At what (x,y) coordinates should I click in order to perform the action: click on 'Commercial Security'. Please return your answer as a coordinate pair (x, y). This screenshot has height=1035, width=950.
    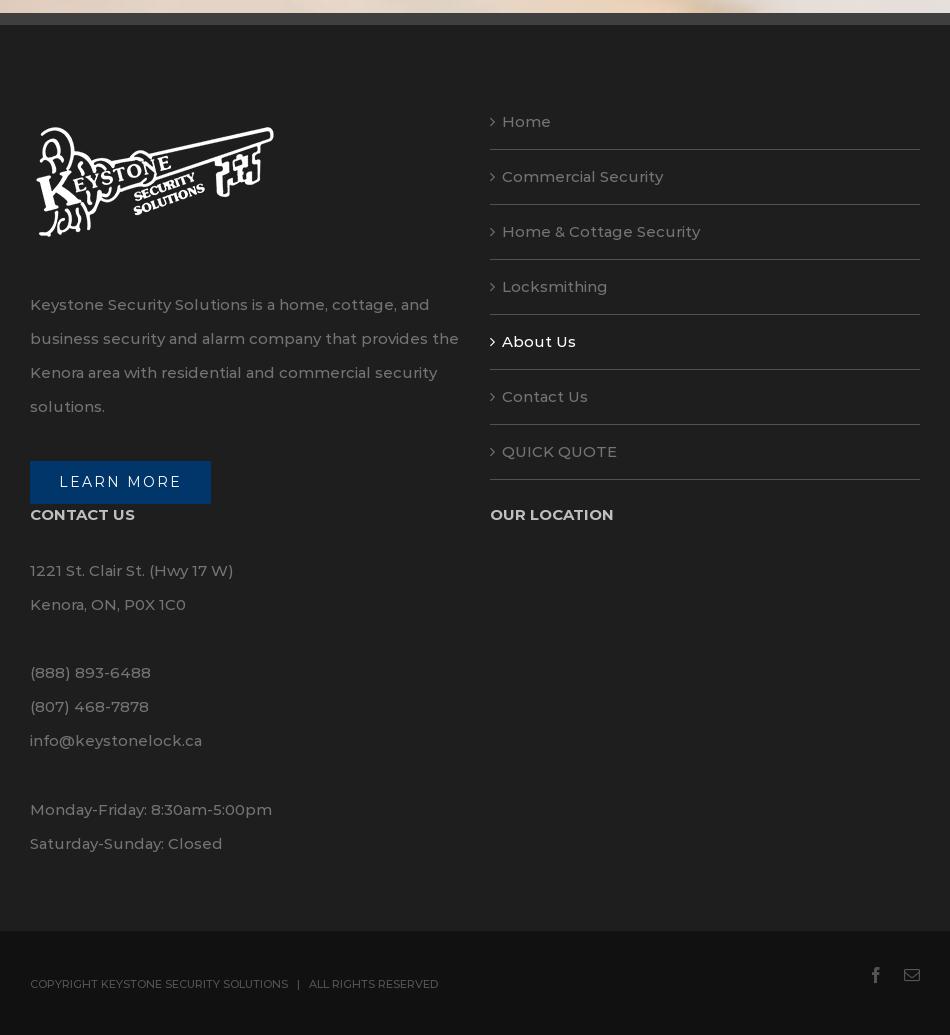
    Looking at the image, I should click on (582, 175).